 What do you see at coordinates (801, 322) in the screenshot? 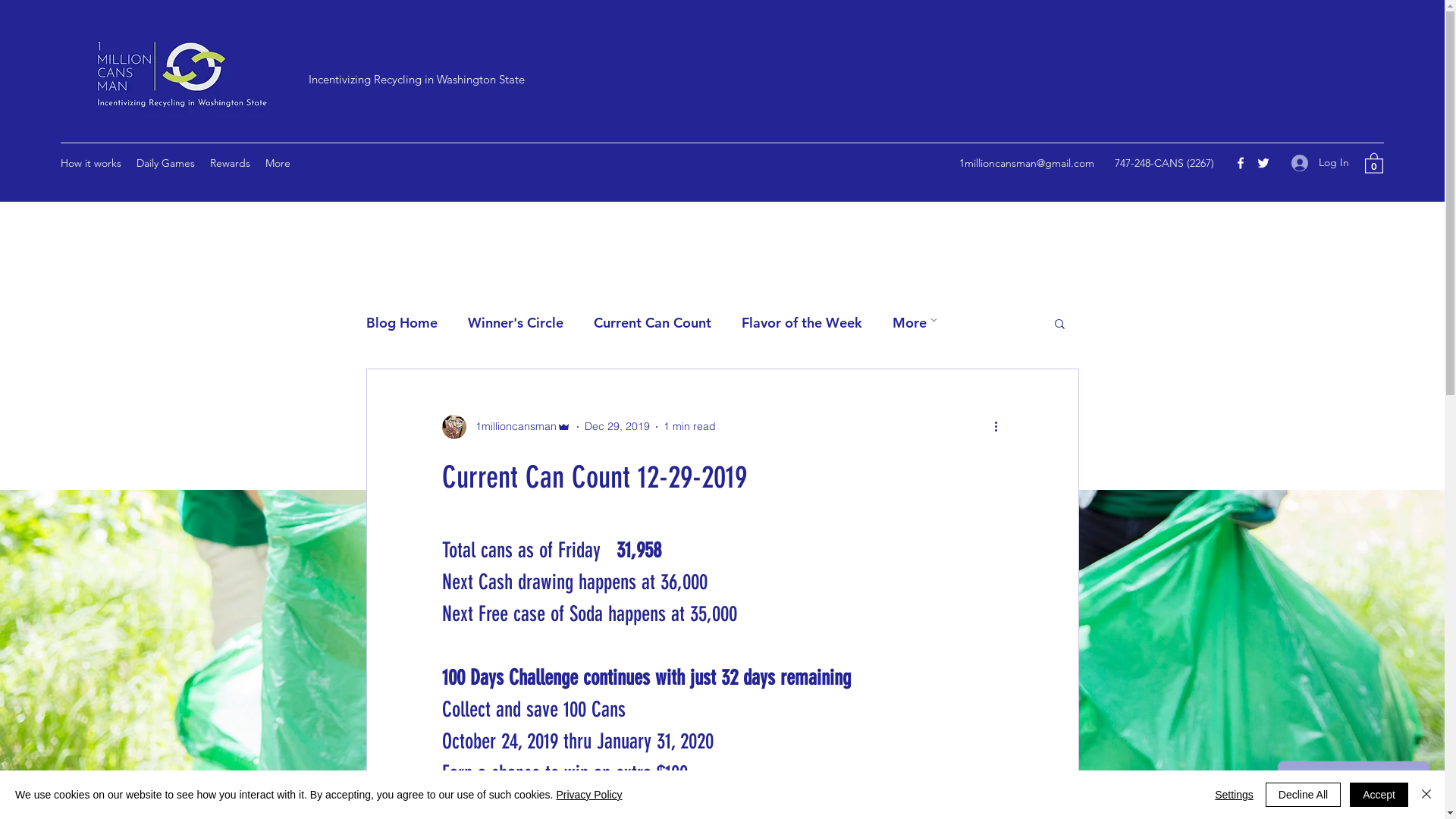
I see `'Flavor of the Week'` at bounding box center [801, 322].